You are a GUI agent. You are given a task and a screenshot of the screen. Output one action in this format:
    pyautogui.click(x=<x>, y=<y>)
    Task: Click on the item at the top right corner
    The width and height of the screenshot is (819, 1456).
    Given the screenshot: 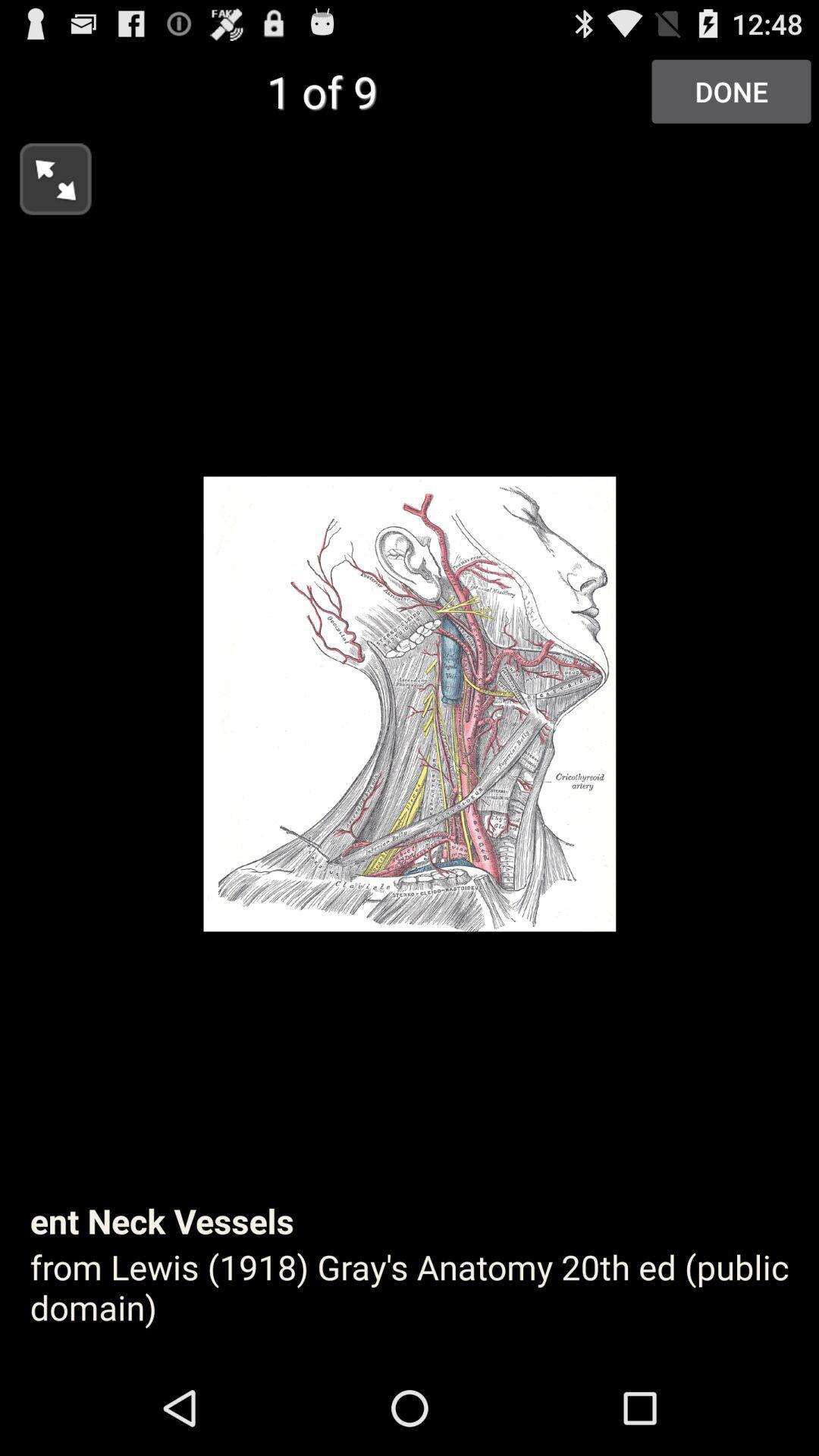 What is the action you would take?
    pyautogui.click(x=730, y=90)
    